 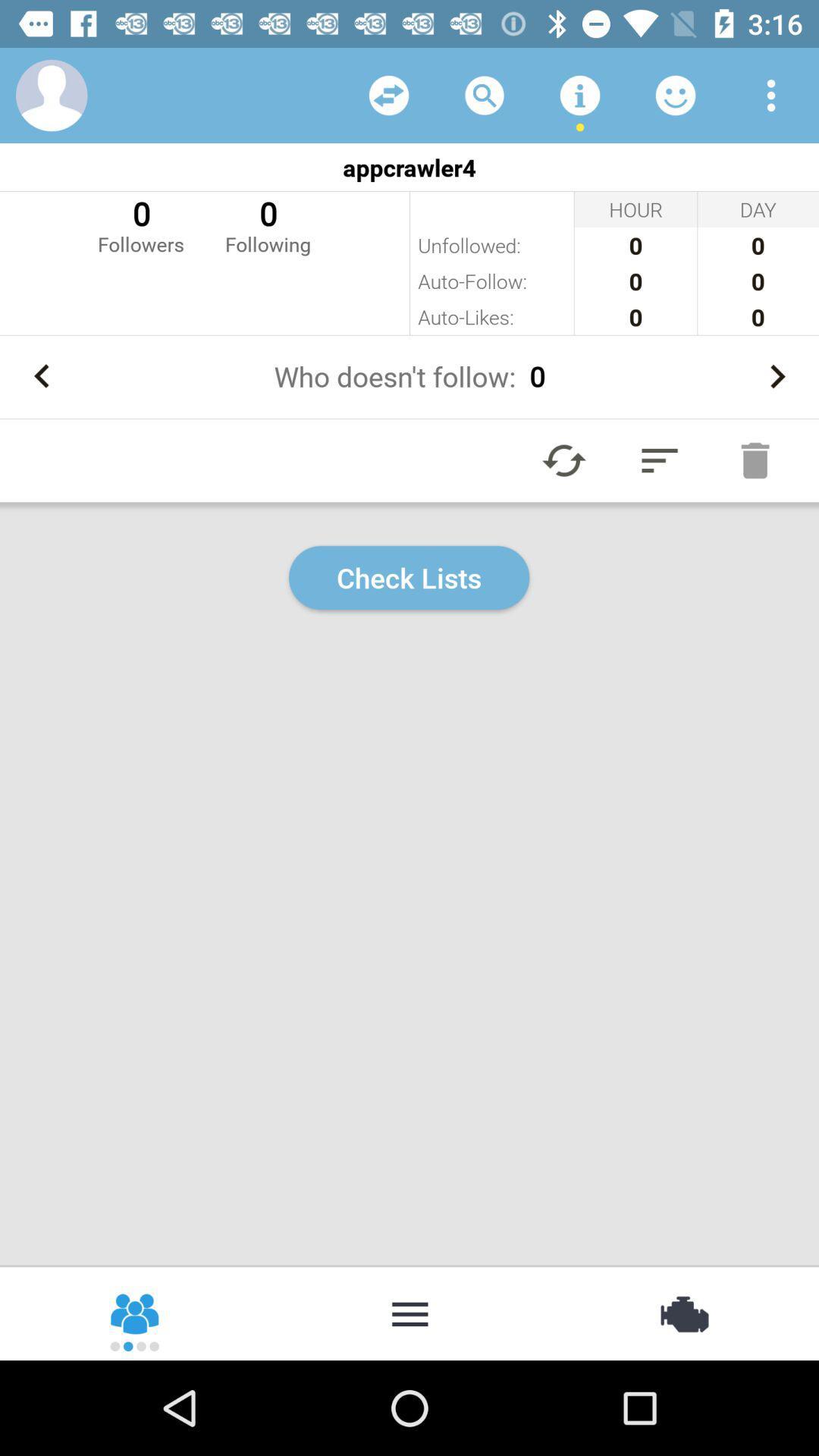 I want to click on the arrow_forward icon, so click(x=777, y=376).